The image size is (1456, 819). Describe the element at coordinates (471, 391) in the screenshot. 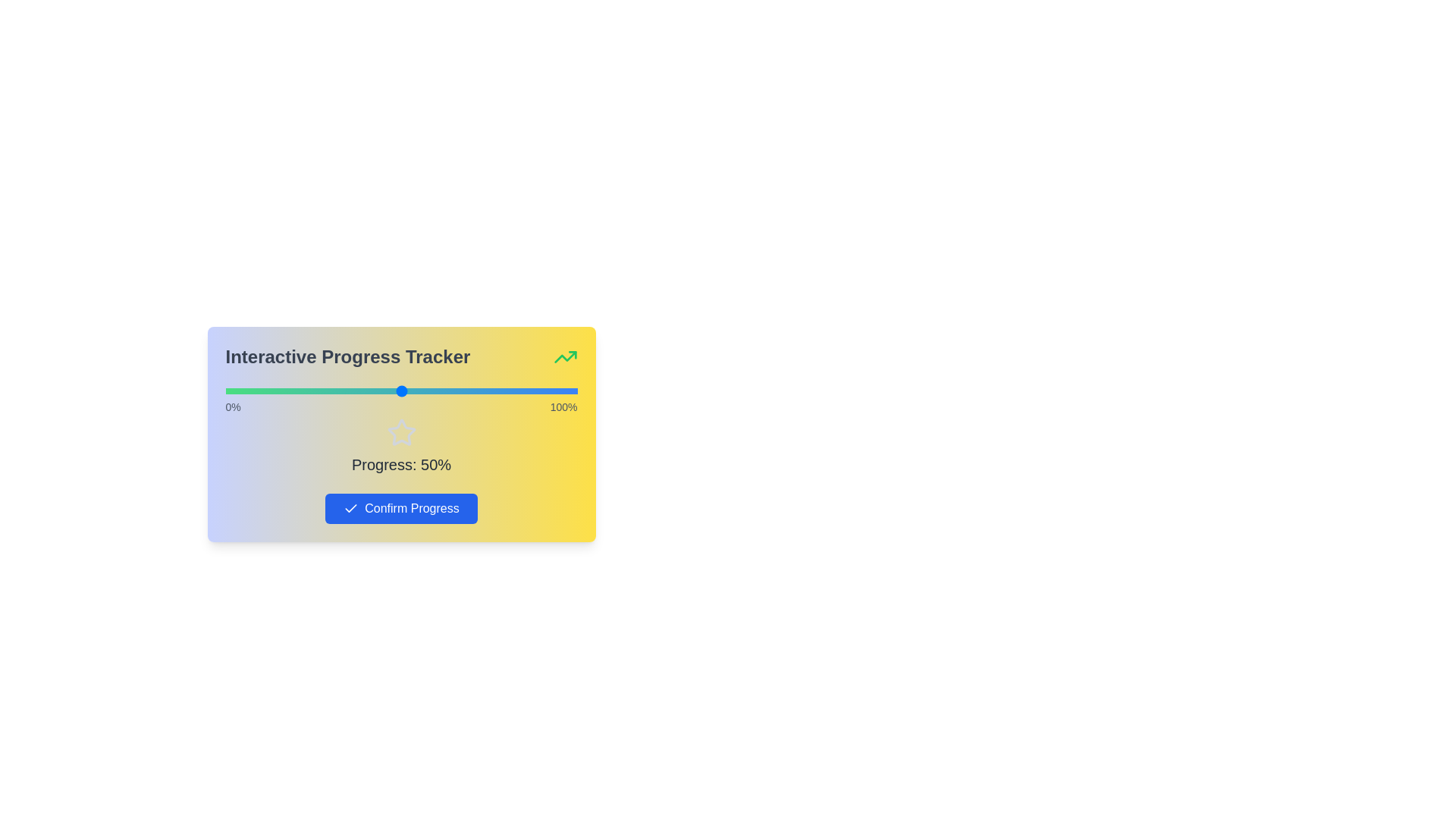

I see `the progress slider to 70%` at that location.